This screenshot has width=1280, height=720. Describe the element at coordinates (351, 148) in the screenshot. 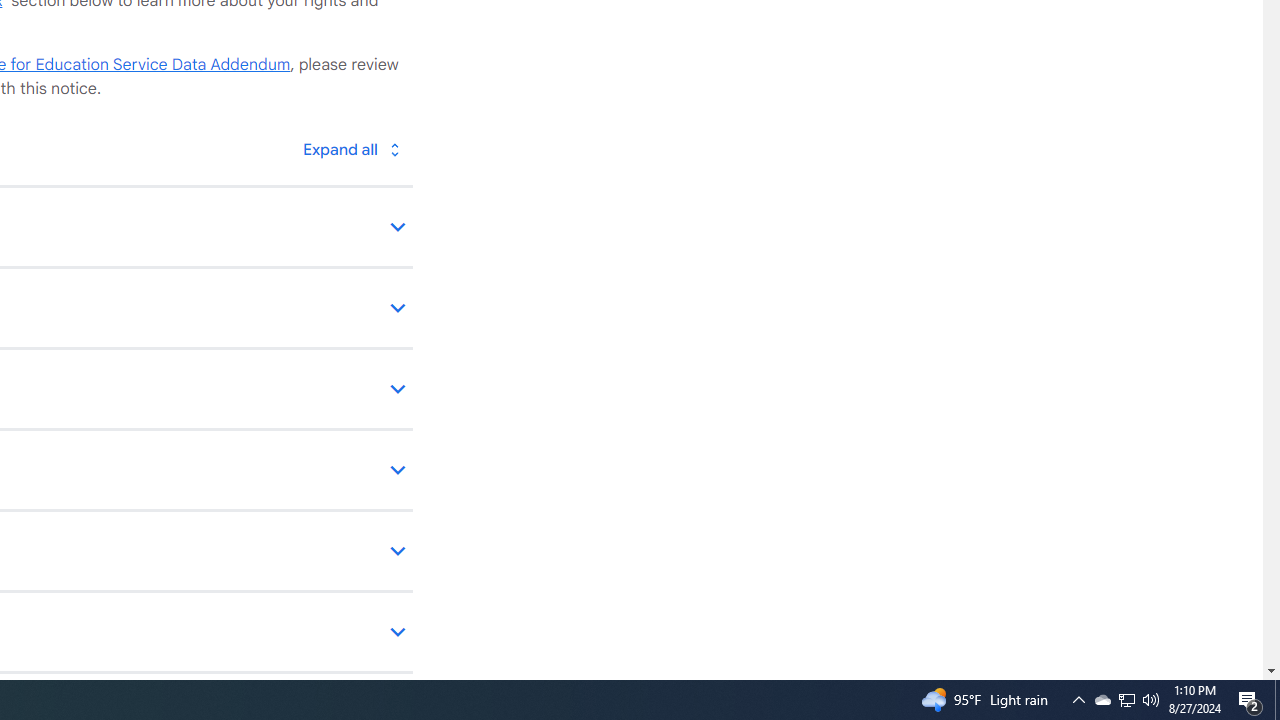

I see `'Toggle all'` at that location.